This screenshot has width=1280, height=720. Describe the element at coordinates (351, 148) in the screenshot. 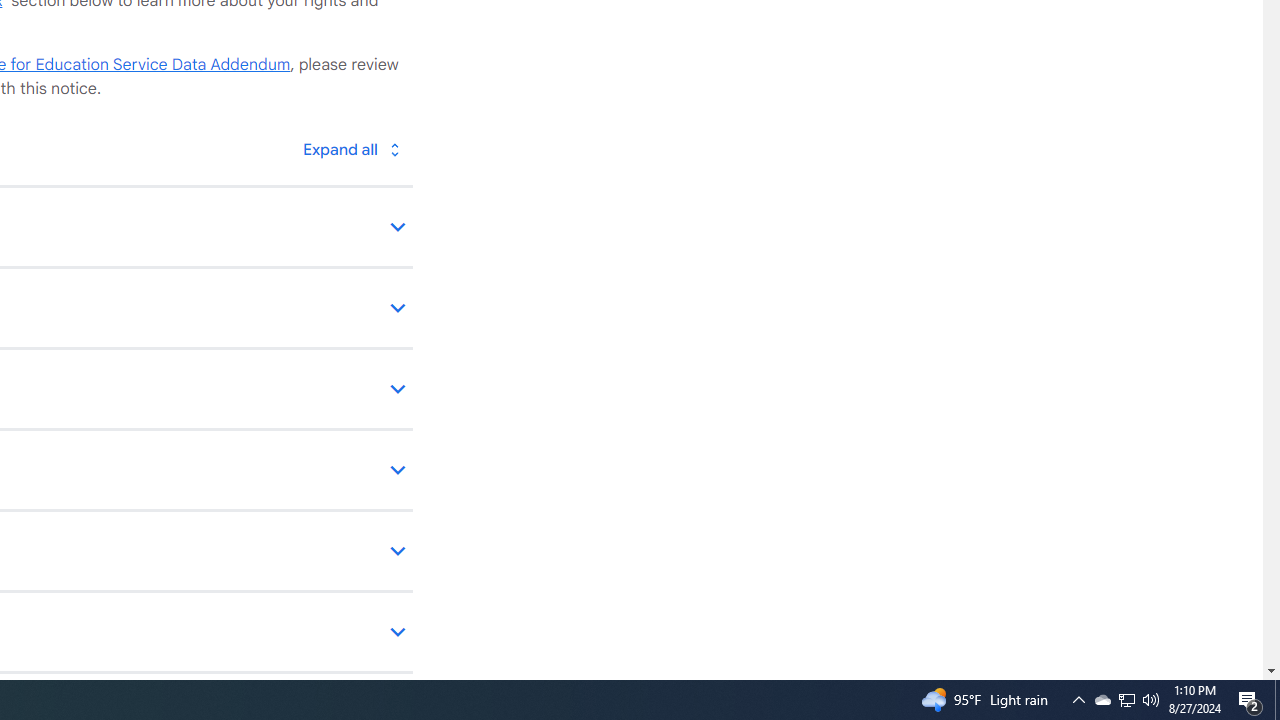

I see `'Toggle all'` at that location.